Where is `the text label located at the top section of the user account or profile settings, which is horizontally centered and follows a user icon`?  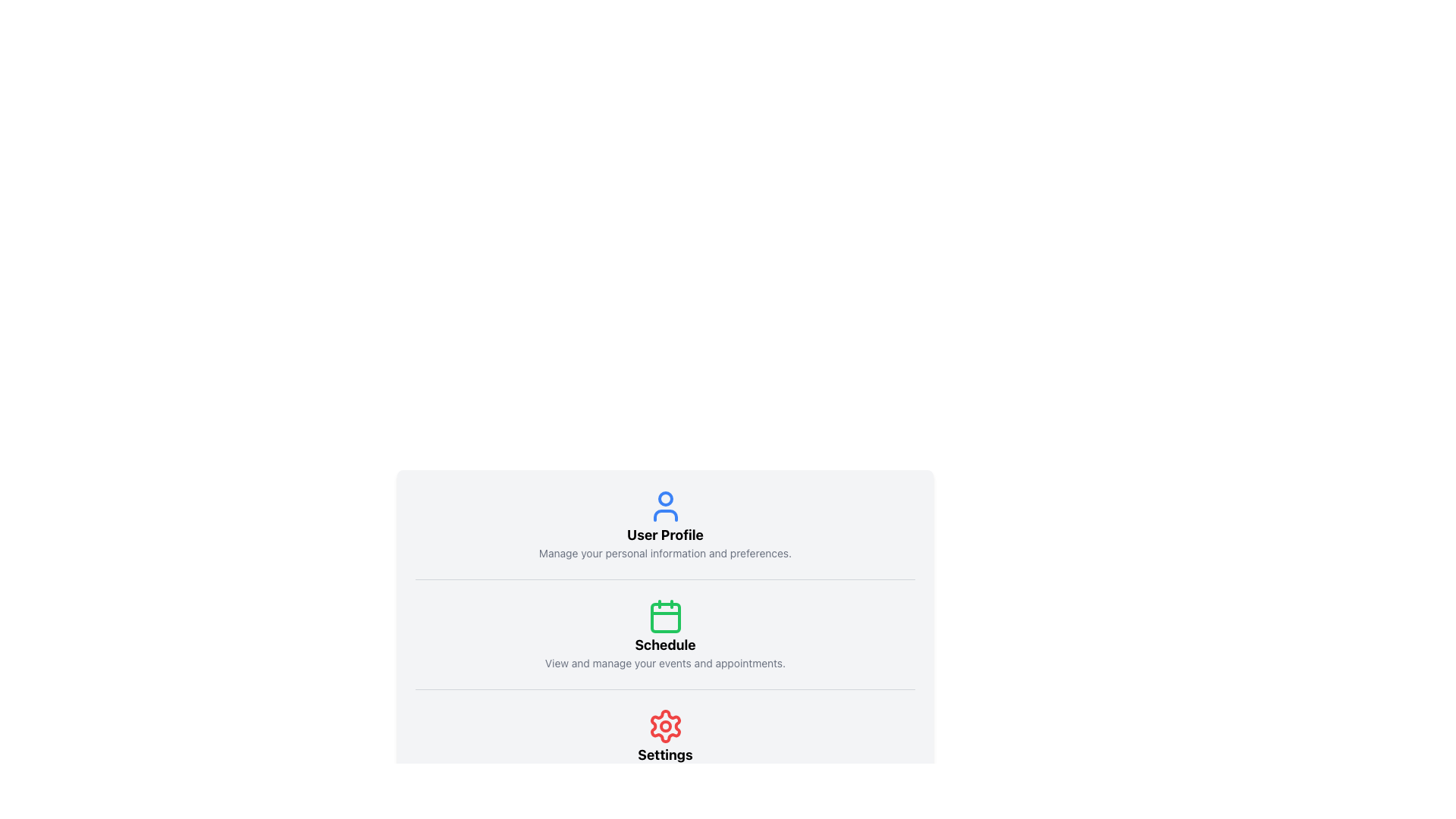
the text label located at the top section of the user account or profile settings, which is horizontally centered and follows a user icon is located at coordinates (665, 534).